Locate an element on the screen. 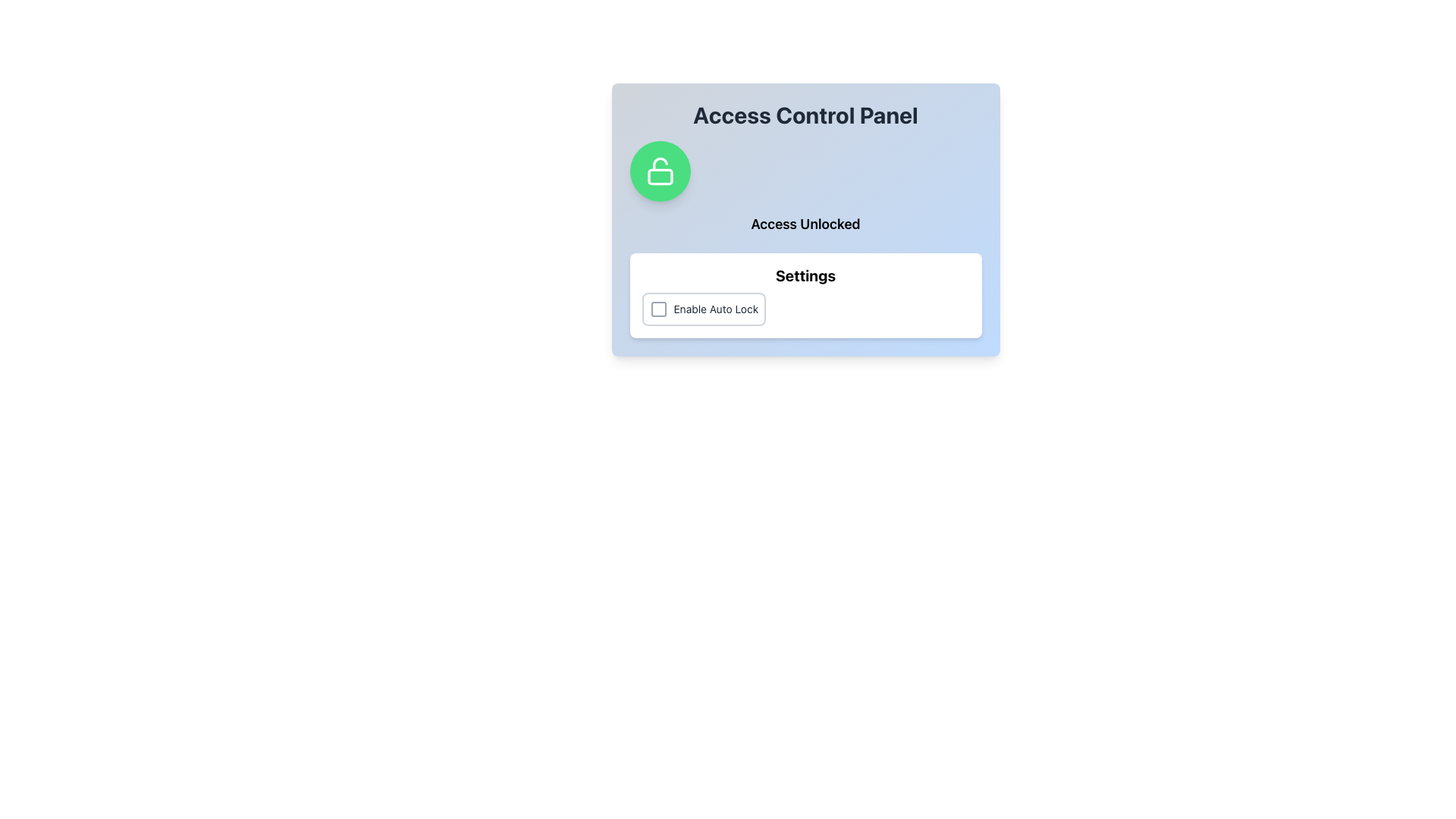  the static text label that indicates access has been granted, positioned below the green lock icon and above the 'Settings' label is located at coordinates (805, 224).